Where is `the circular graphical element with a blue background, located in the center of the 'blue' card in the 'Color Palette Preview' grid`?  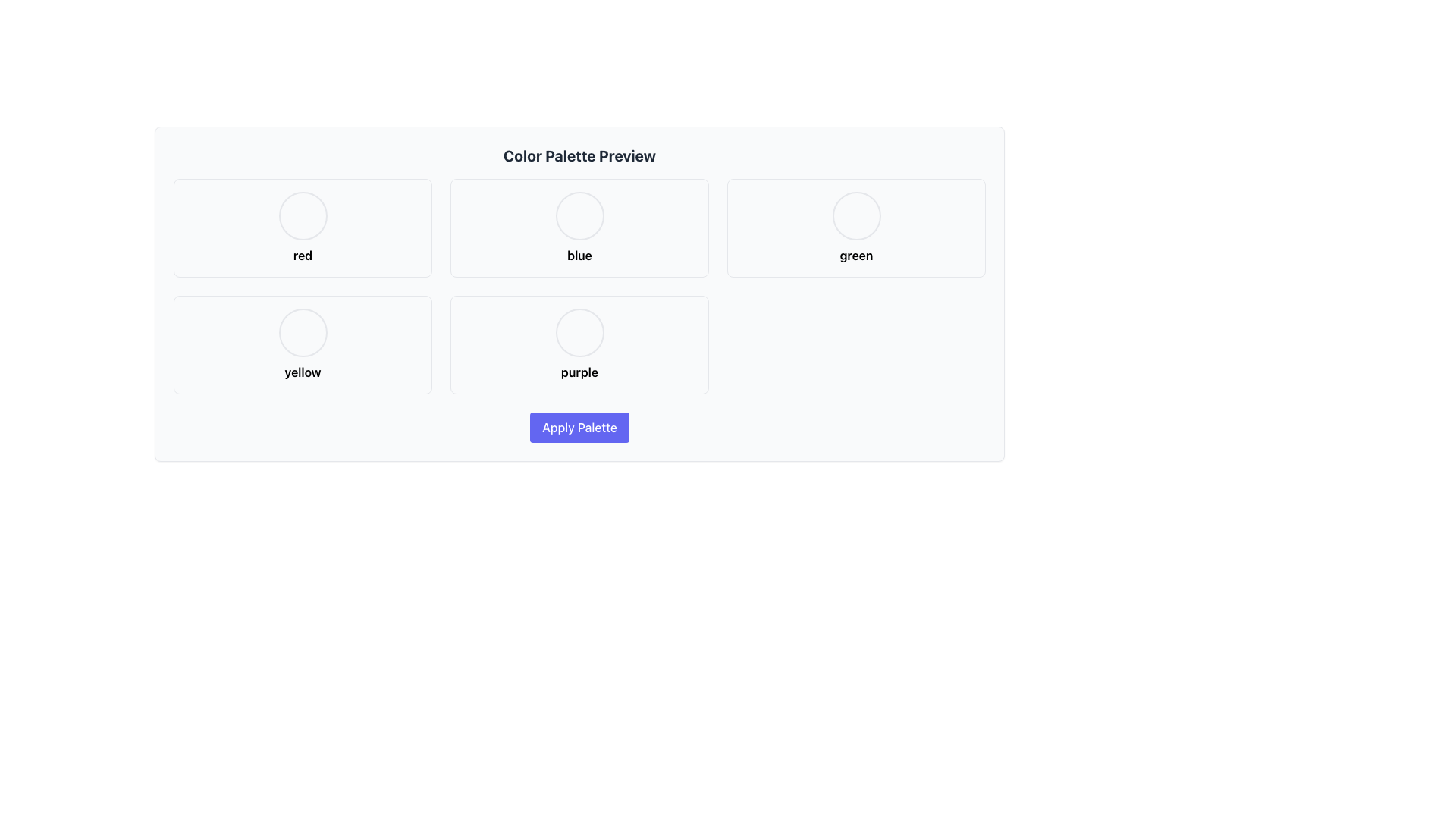
the circular graphical element with a blue background, located in the center of the 'blue' card in the 'Color Palette Preview' grid is located at coordinates (579, 216).